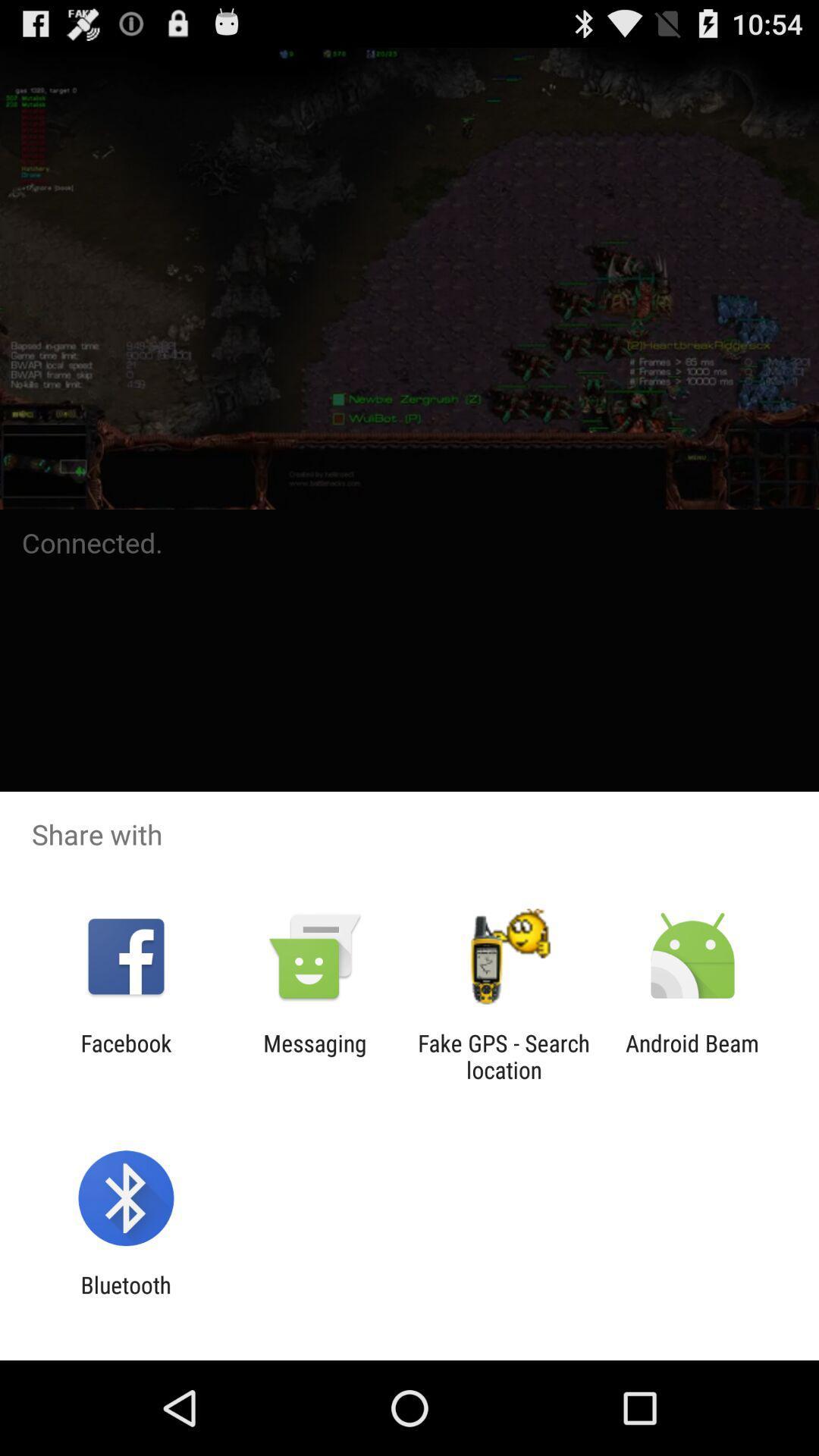  Describe the element at coordinates (314, 1056) in the screenshot. I see `icon to the right of facebook` at that location.